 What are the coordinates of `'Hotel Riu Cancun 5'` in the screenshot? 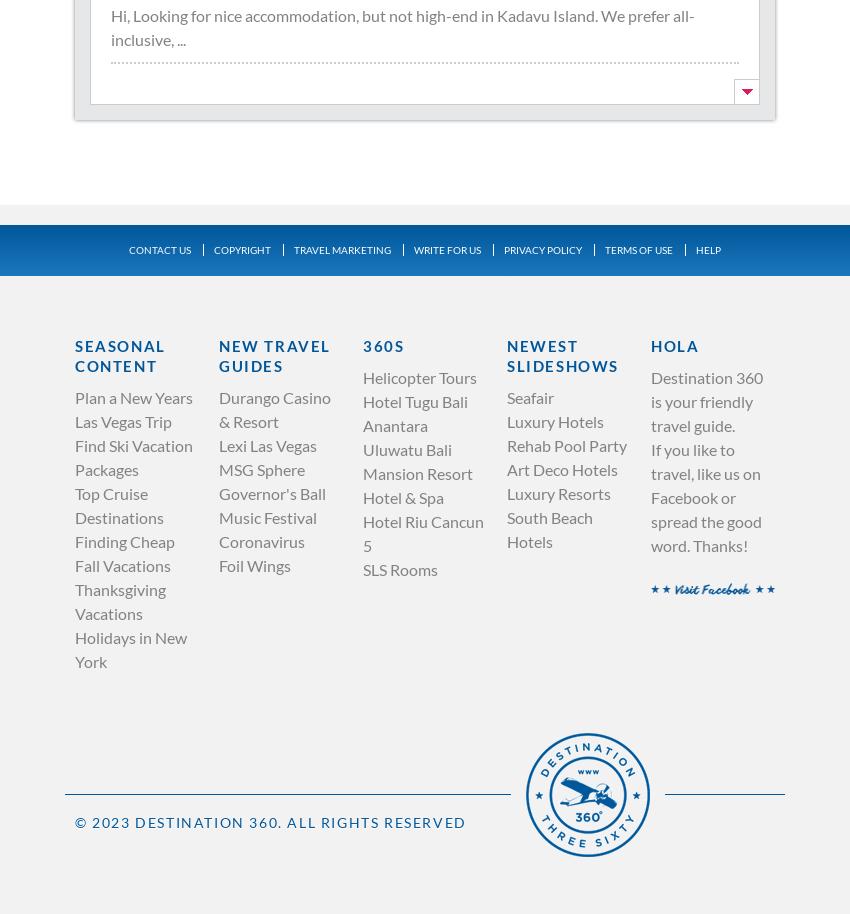 It's located at (423, 531).